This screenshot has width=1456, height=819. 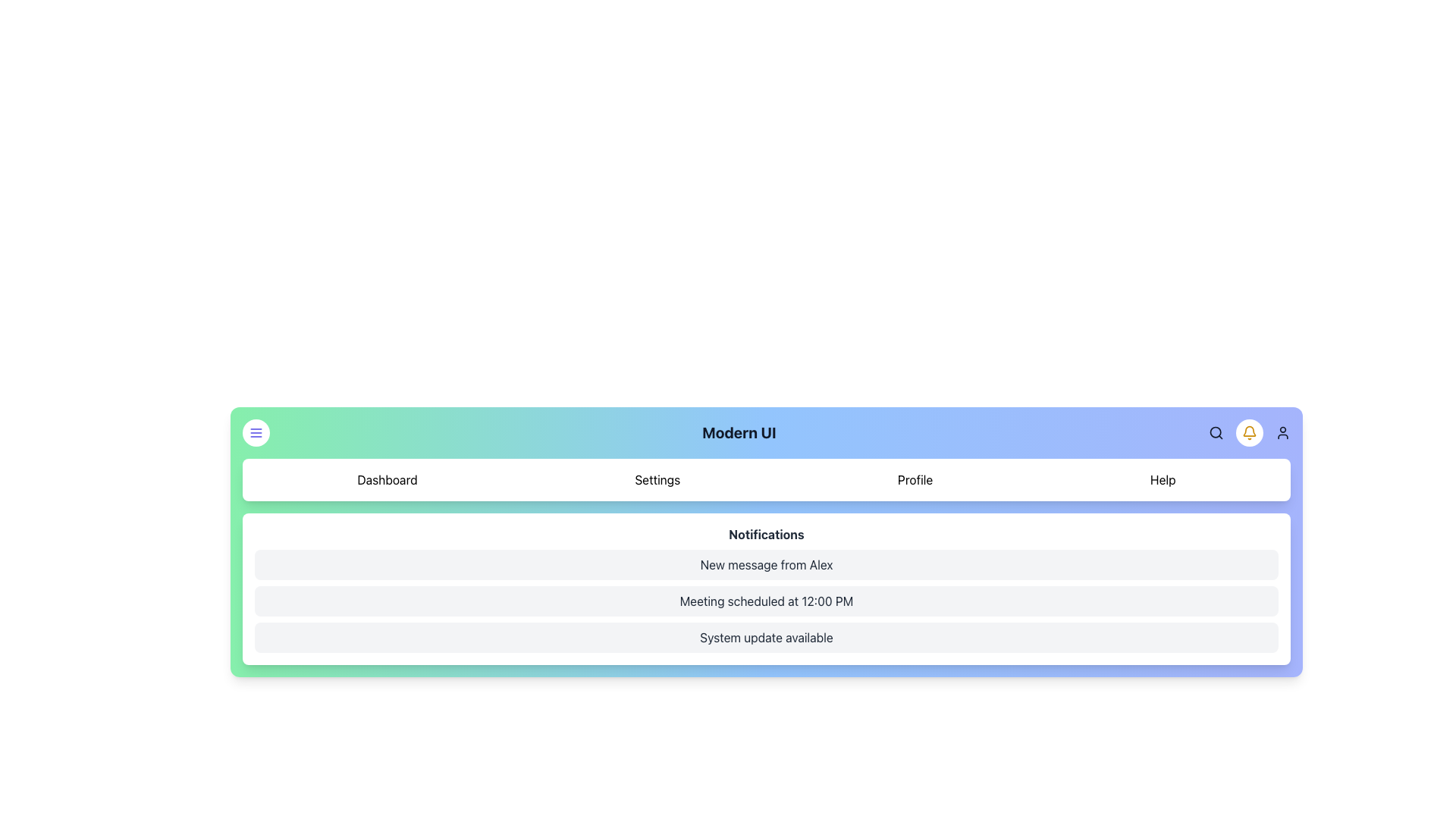 I want to click on the 'Dashboard' text button located in the top-left portion of the horizontal menu bar, so click(x=387, y=479).